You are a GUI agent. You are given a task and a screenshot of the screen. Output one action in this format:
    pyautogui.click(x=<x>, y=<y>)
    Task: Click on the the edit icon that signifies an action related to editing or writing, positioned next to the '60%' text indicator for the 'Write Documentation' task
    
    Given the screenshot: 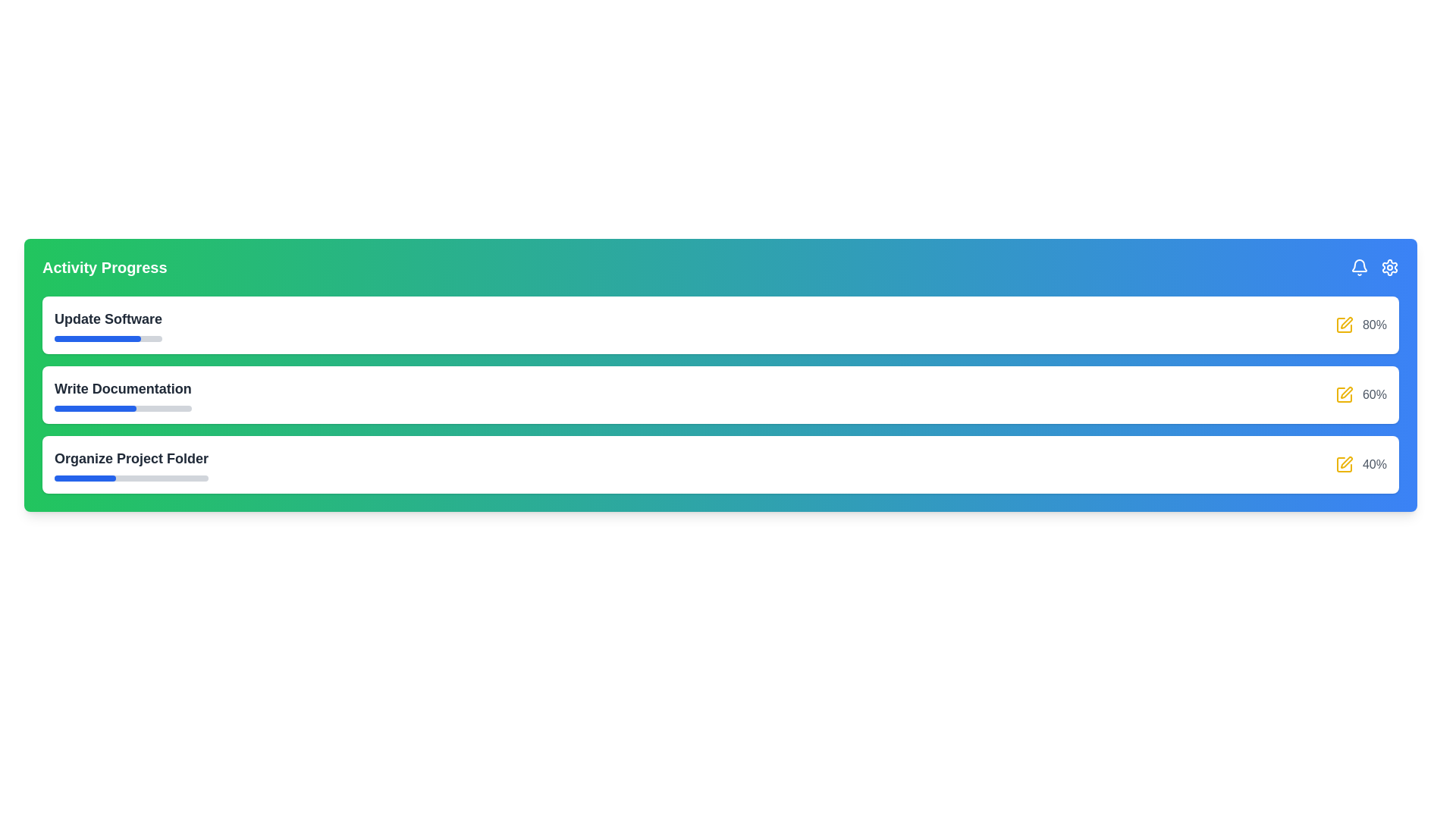 What is the action you would take?
    pyautogui.click(x=1347, y=391)
    